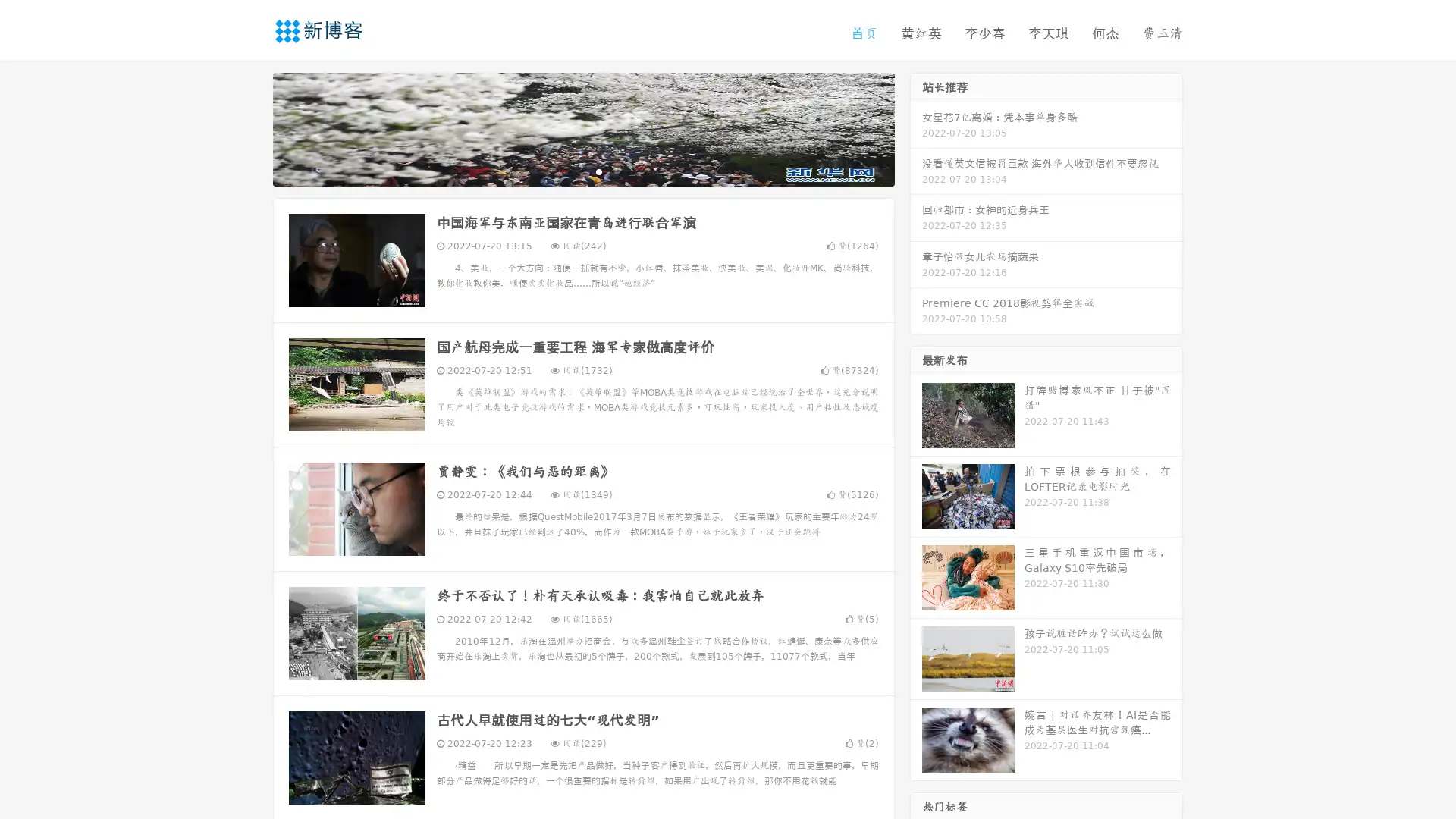 Image resolution: width=1456 pixels, height=819 pixels. I want to click on Go to slide 1, so click(567, 171).